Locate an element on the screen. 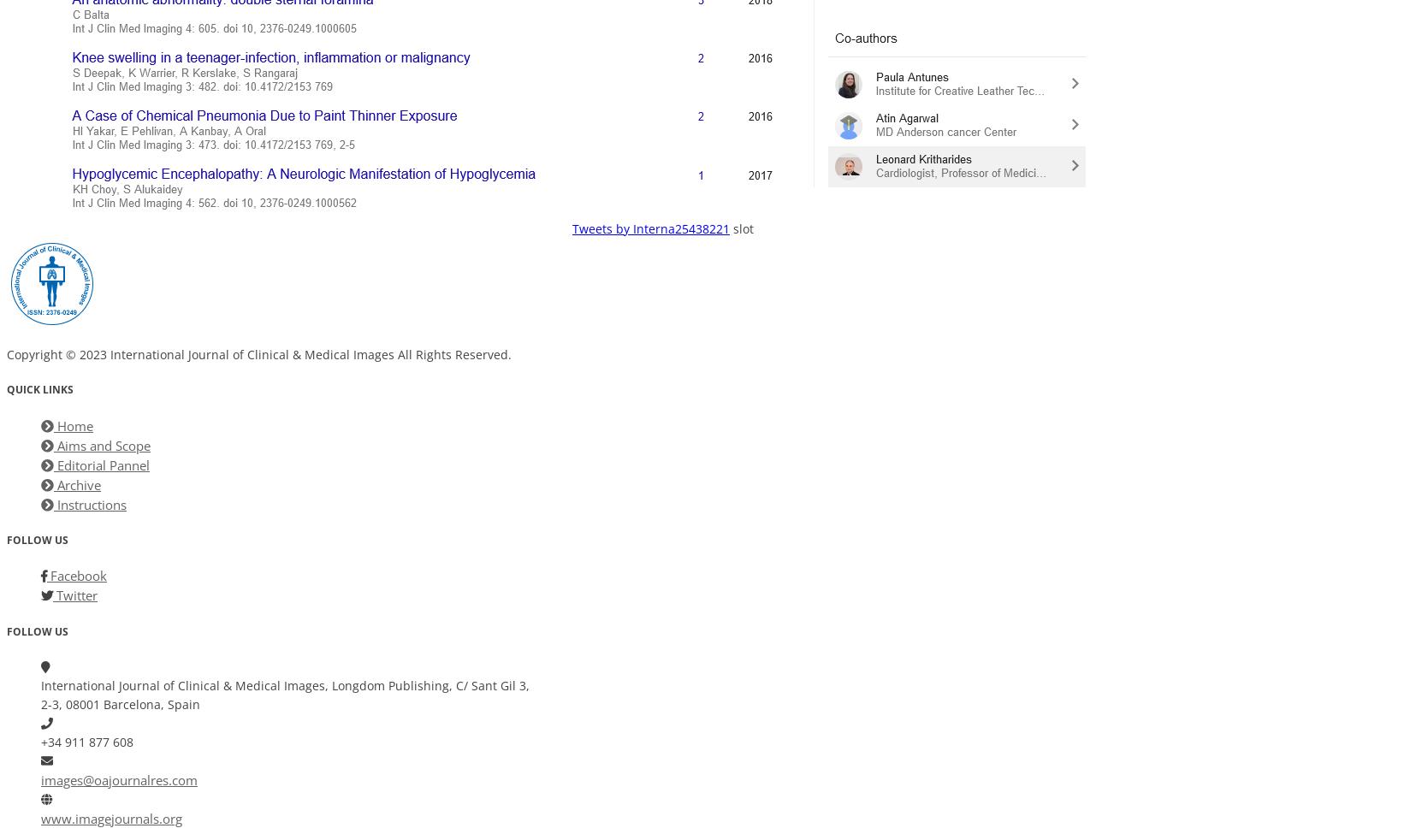  'www.imagejournals.org' is located at coordinates (111, 818).